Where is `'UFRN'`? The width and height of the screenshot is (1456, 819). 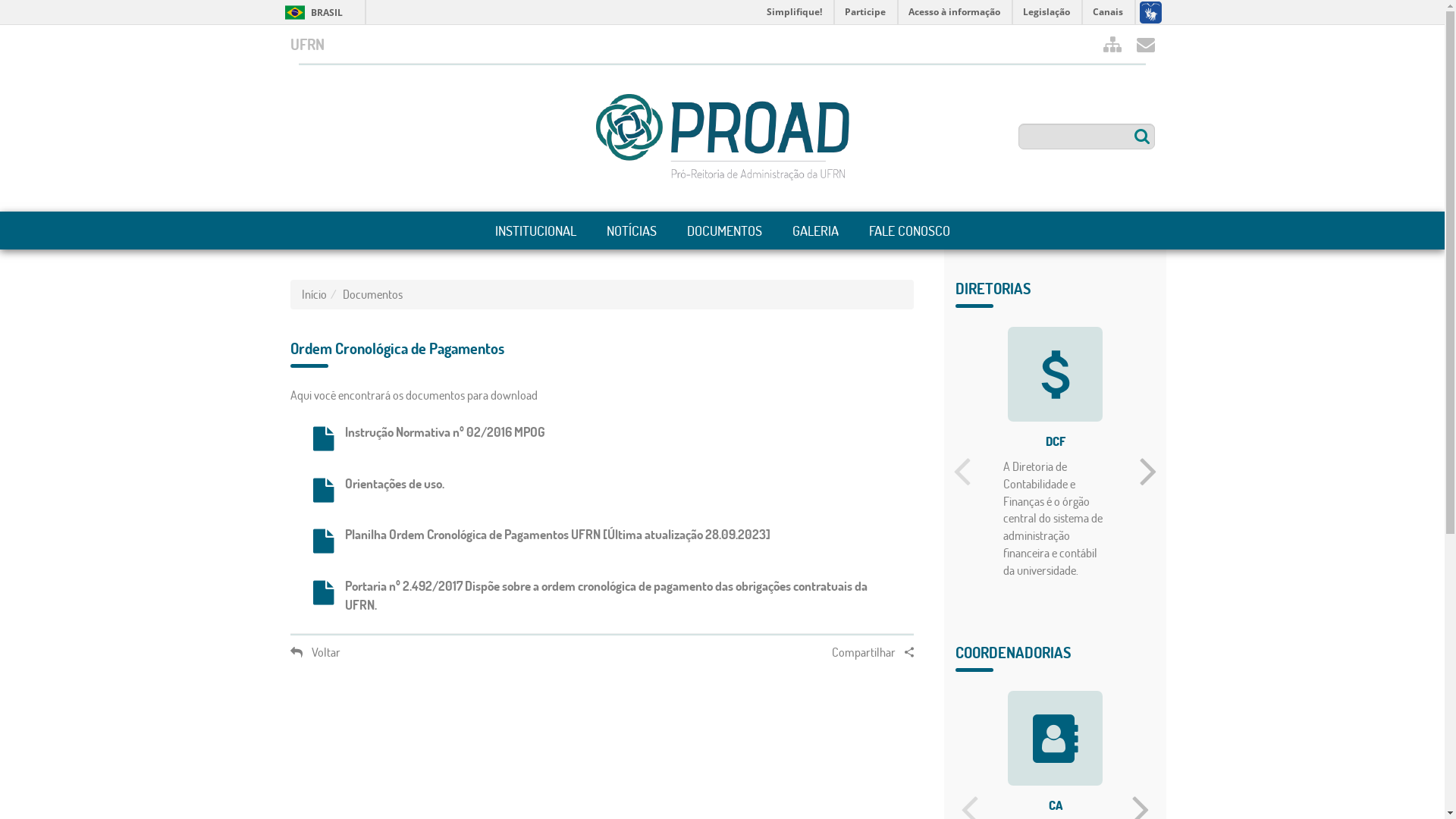
'UFRN' is located at coordinates (306, 42).